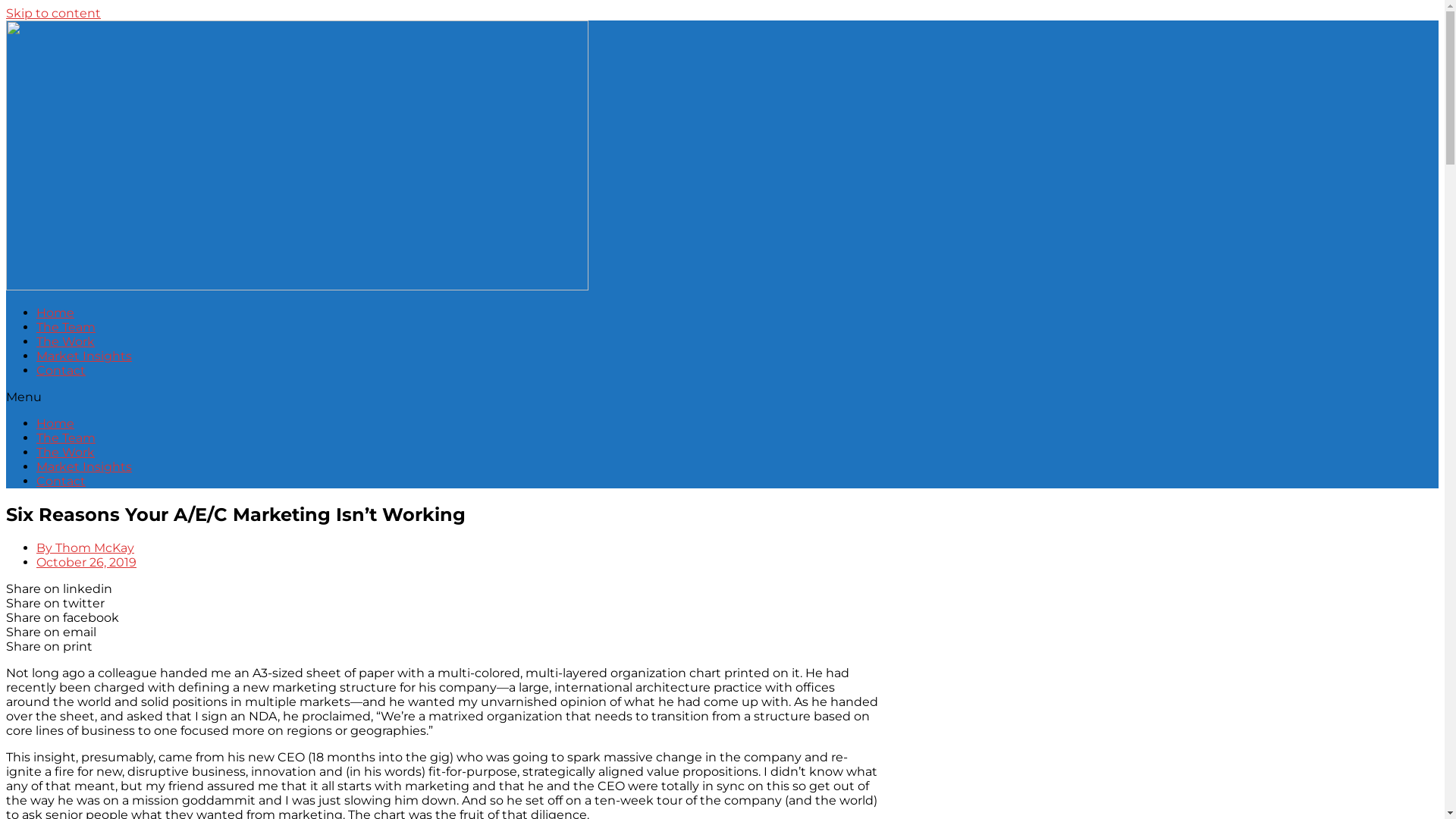 This screenshot has height=819, width=1456. What do you see at coordinates (53, 13) in the screenshot?
I see `'Skip to content'` at bounding box center [53, 13].